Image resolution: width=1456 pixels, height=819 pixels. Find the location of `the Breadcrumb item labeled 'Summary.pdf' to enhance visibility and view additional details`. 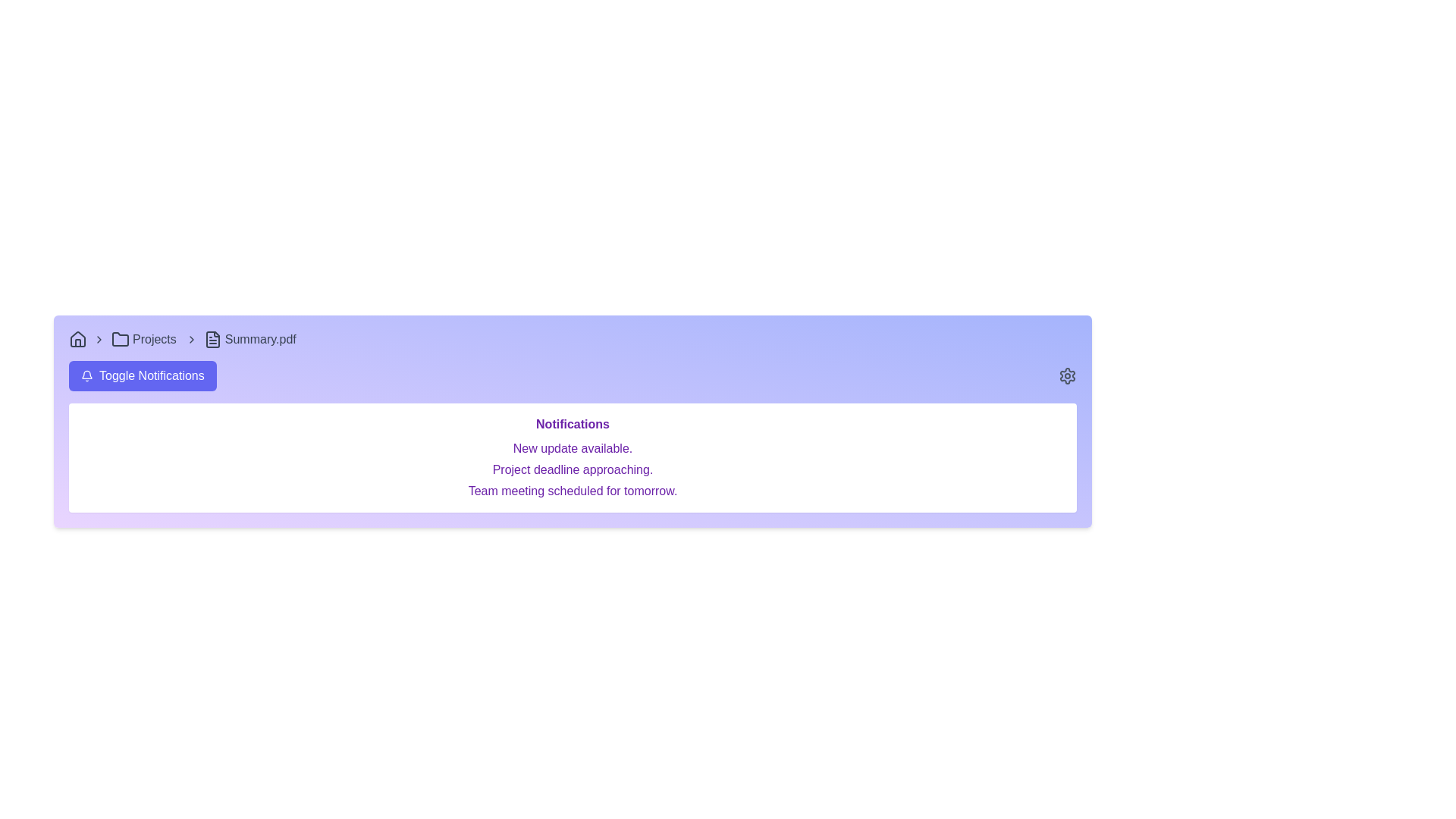

the Breadcrumb item labeled 'Summary.pdf' to enhance visibility and view additional details is located at coordinates (251, 338).